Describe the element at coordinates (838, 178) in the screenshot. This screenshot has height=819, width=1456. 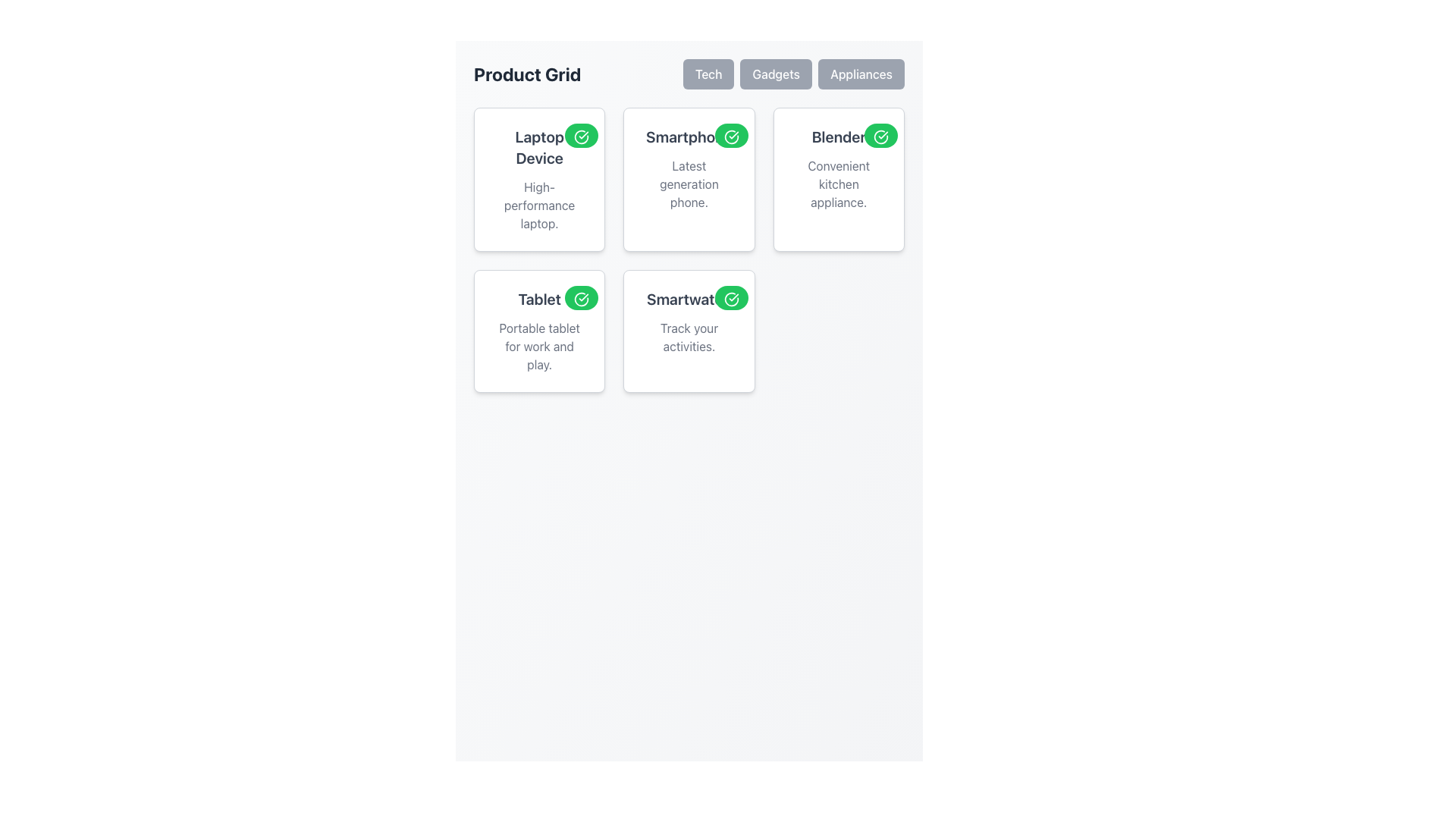
I see `information displayed on the Blender informational card, which is the third card in the first row of the grid layout` at that location.